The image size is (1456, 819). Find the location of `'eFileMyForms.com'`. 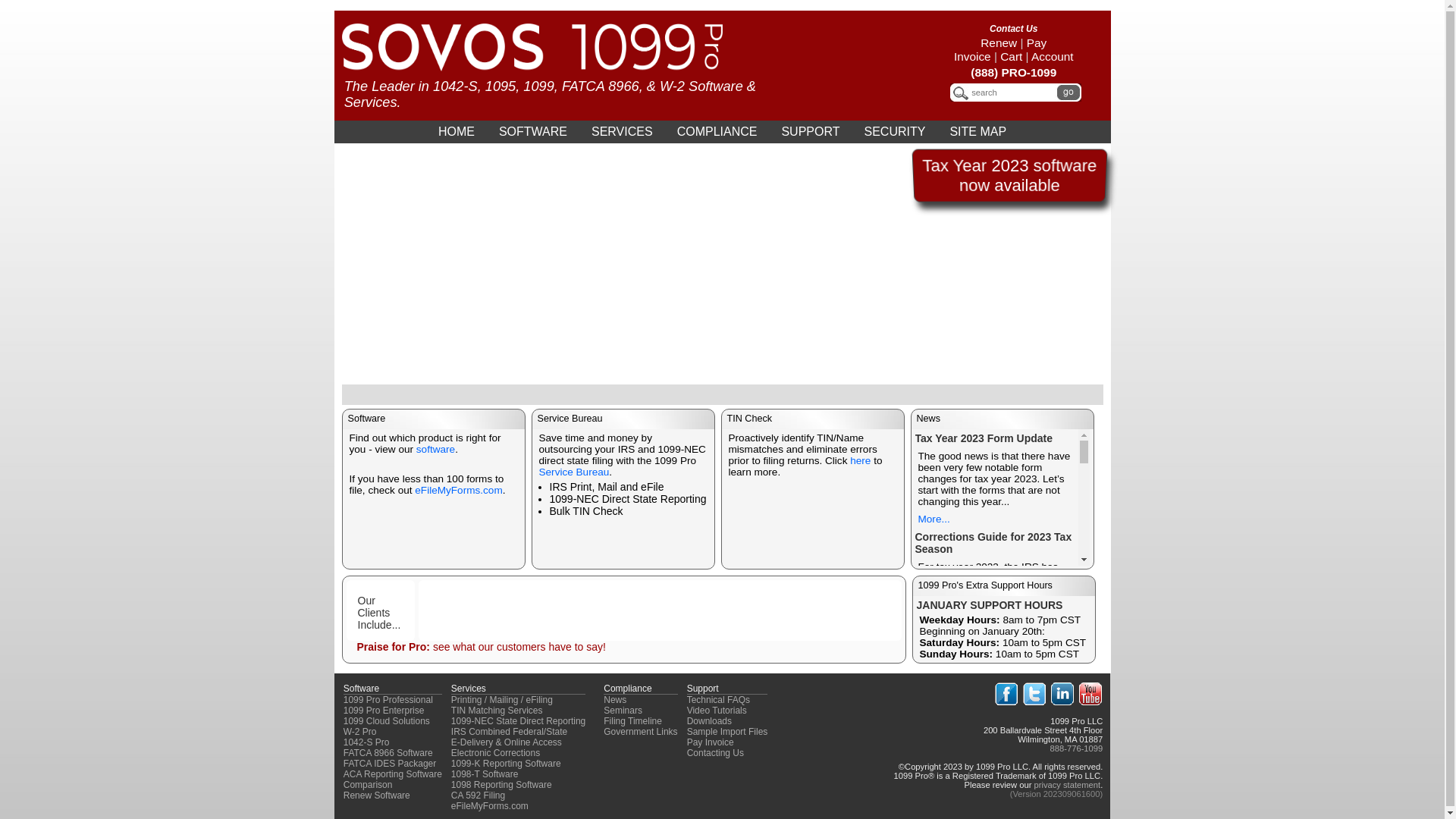

'eFileMyForms.com' is located at coordinates (490, 805).